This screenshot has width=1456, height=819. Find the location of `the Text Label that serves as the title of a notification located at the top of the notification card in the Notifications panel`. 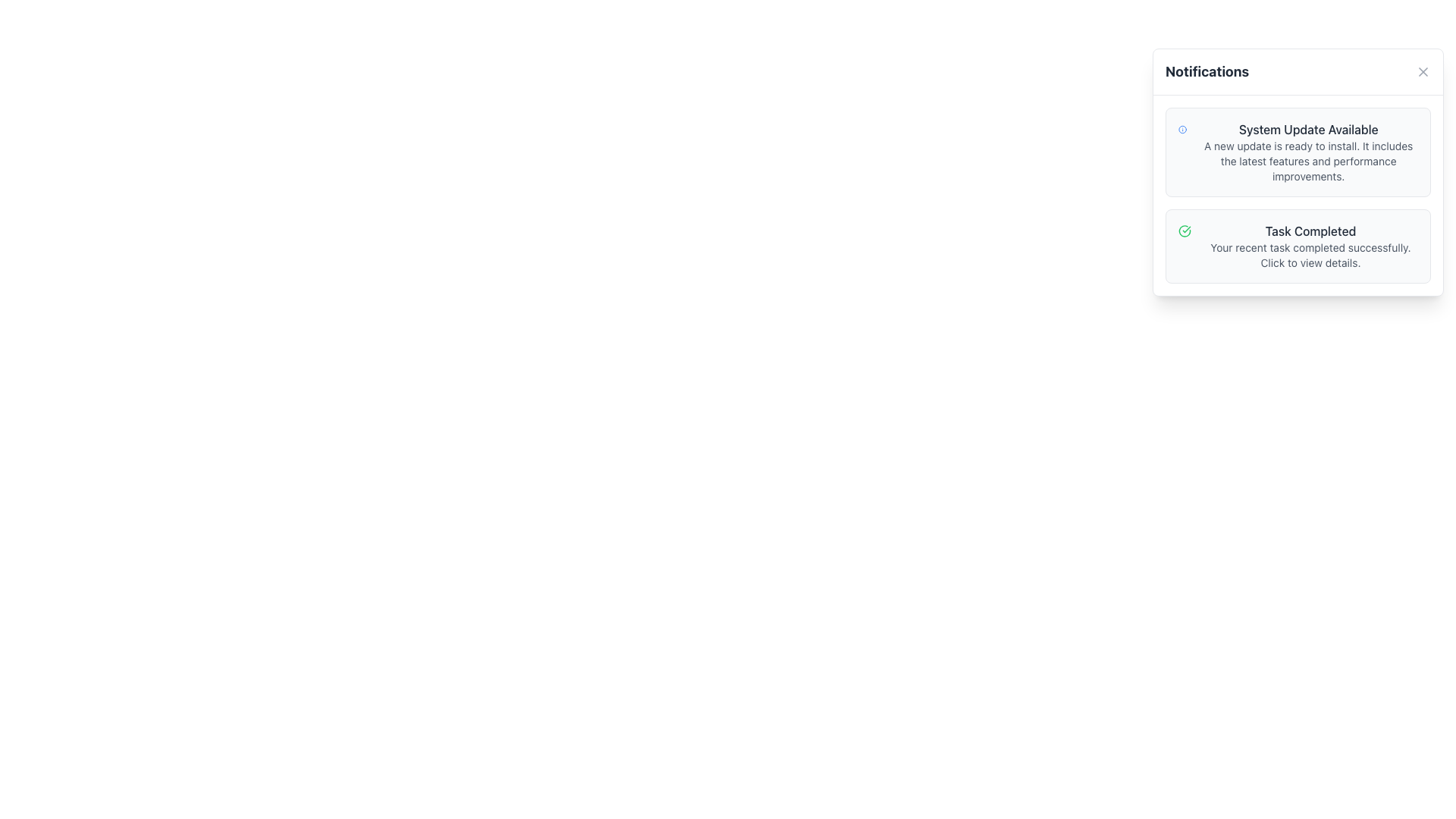

the Text Label that serves as the title of a notification located at the top of the notification card in the Notifications panel is located at coordinates (1307, 128).